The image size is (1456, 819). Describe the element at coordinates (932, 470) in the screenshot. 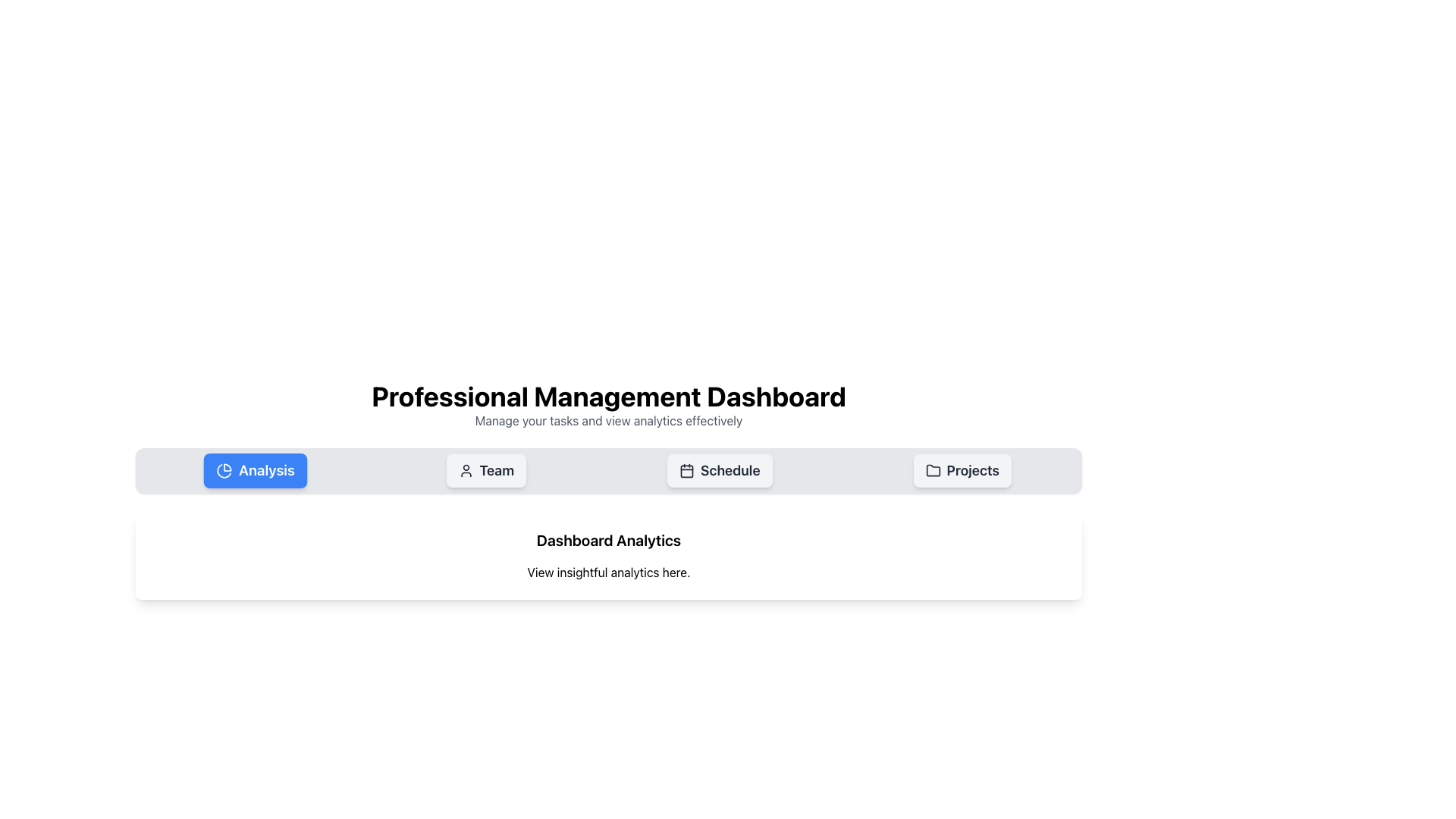

I see `the folder icon located to the left of the 'Projects' button in the top-right section of the navigation bar` at that location.